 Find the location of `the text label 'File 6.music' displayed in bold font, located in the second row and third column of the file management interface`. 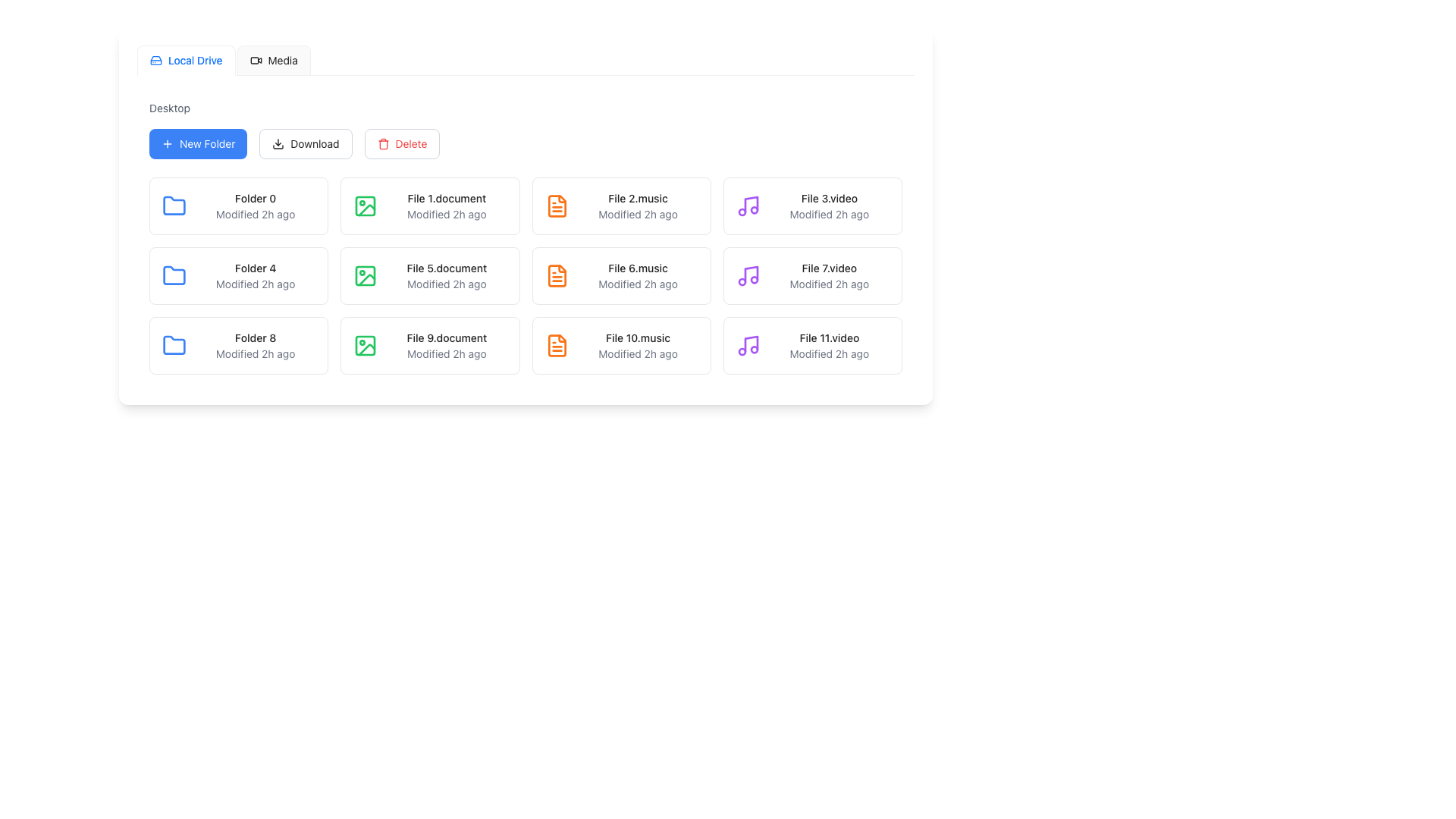

the text label 'File 6.music' displayed in bold font, located in the second row and third column of the file management interface is located at coordinates (638, 268).